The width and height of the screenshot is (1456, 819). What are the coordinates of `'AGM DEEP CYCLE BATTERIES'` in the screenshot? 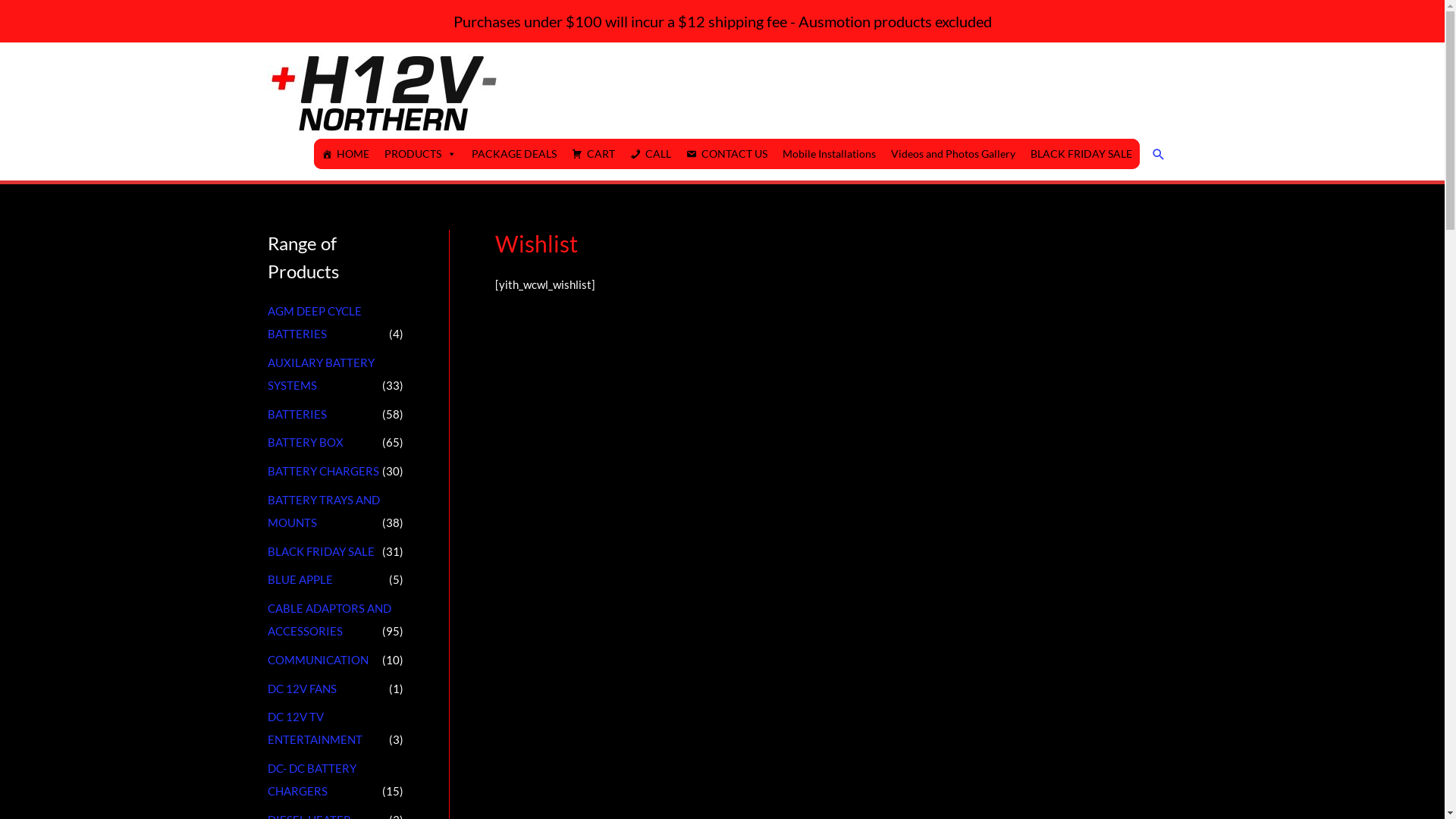 It's located at (312, 321).